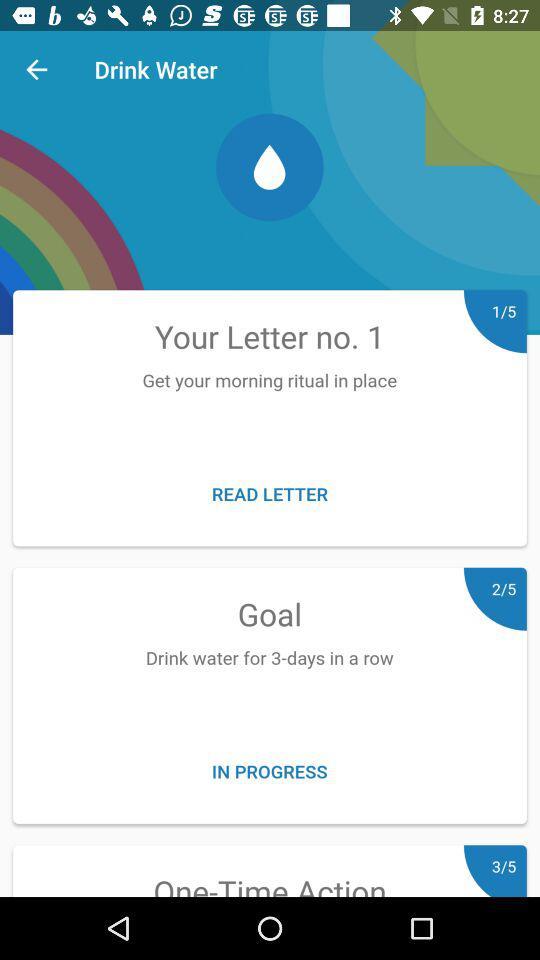 Image resolution: width=540 pixels, height=960 pixels. Describe the element at coordinates (269, 770) in the screenshot. I see `the item above the one-time action` at that location.